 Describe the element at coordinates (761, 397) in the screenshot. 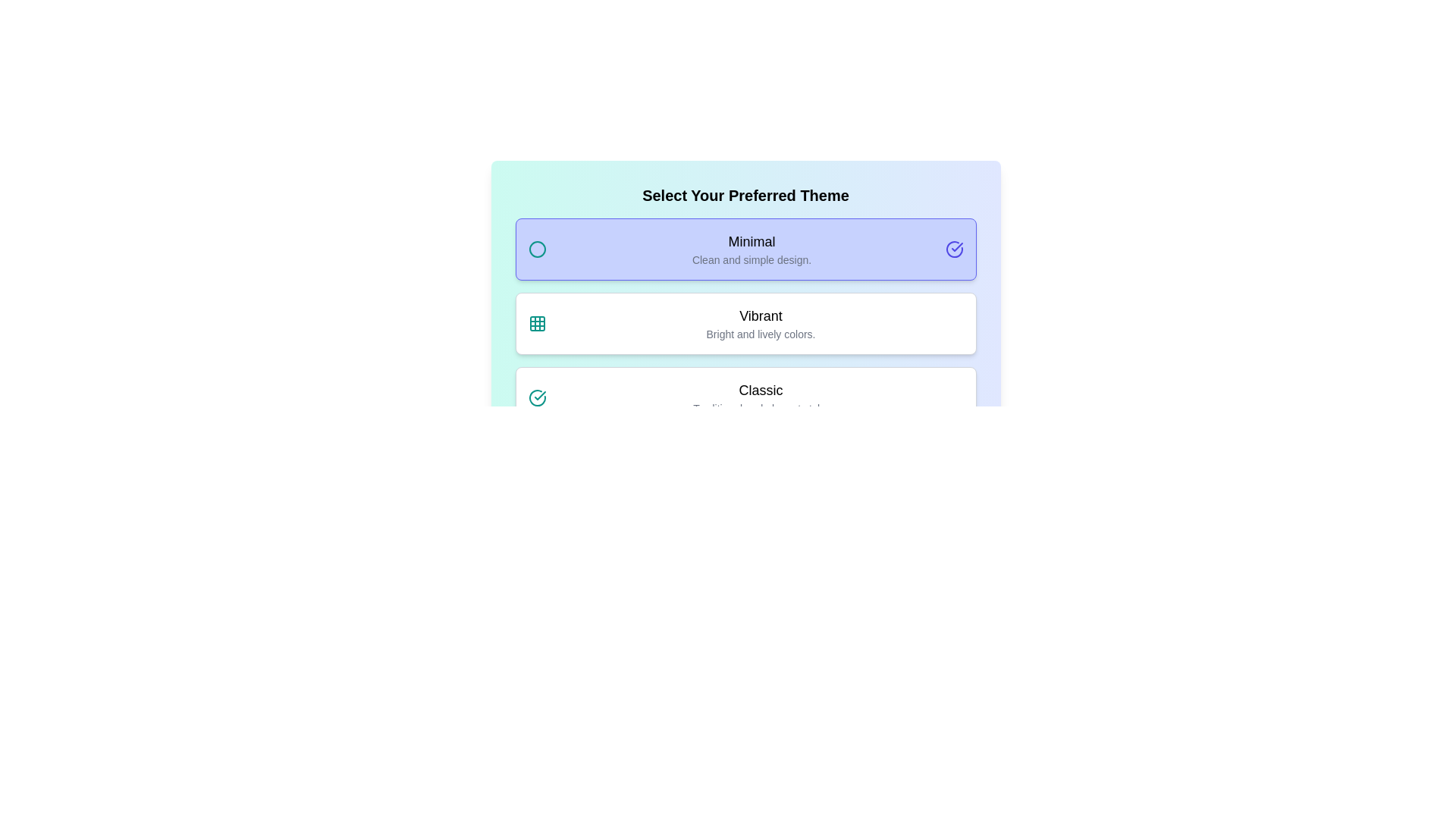

I see `text from the third card in the selectable card interface, which contains the bold primary text 'Classic' and the supporting text 'Traditional and elegant style.'` at that location.